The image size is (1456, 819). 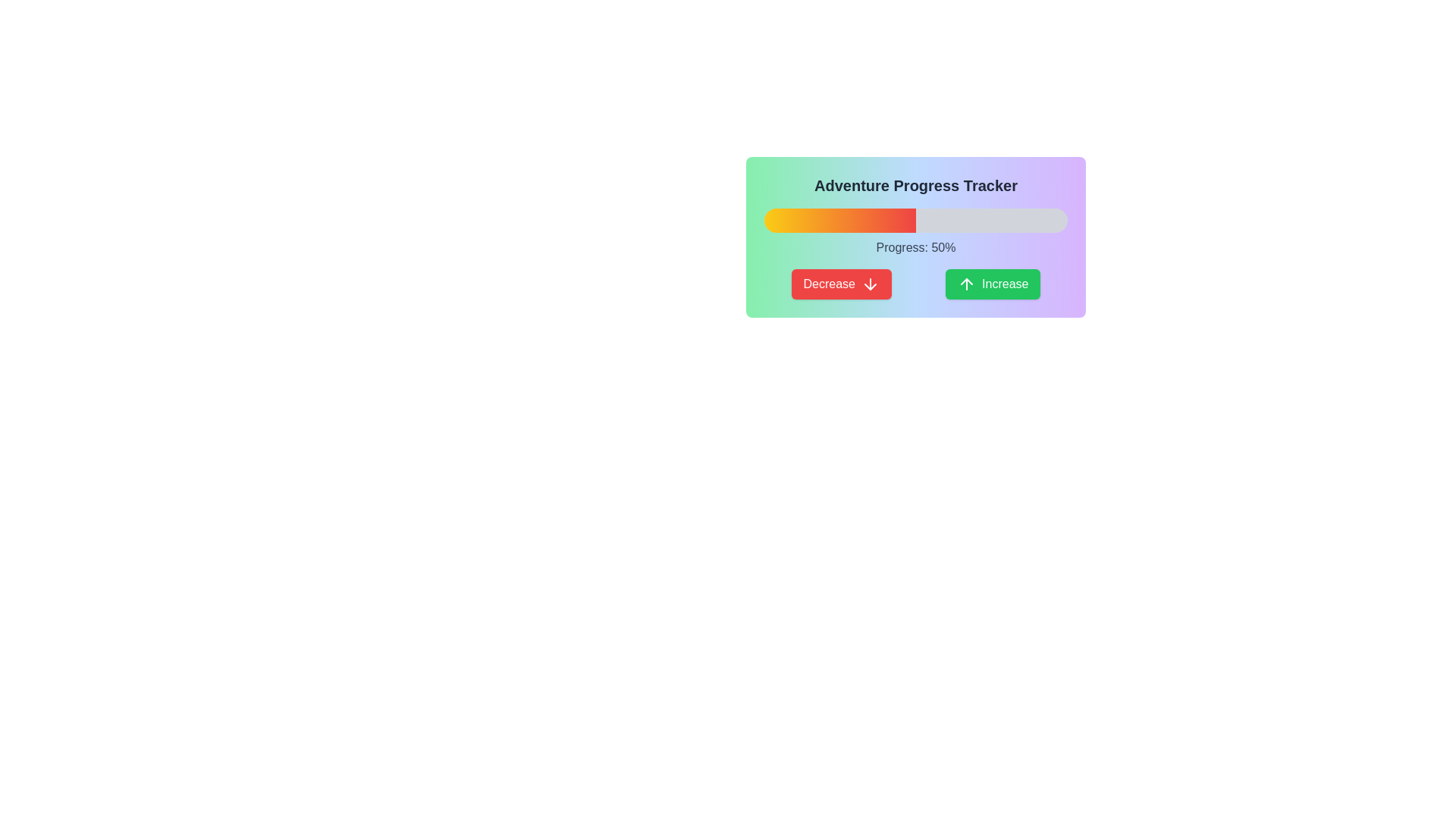 I want to click on the horizontal progress bar with rounded edges, which has a gradient transitioning from yellow to red, located below the title 'Adventure Progress Tracker' and above the 'Progress: 50%' label, so click(x=915, y=220).